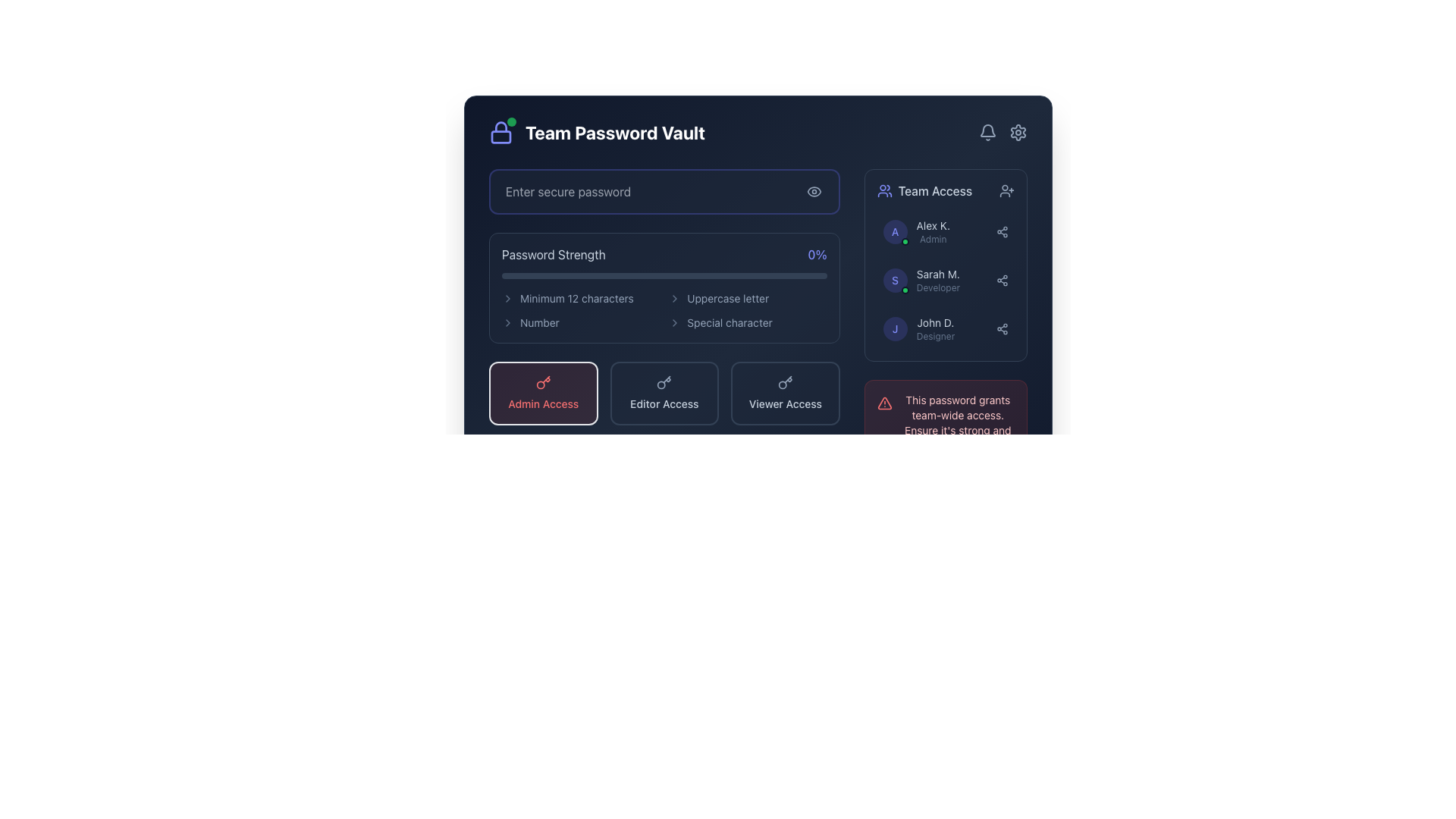 The width and height of the screenshot is (1456, 819). Describe the element at coordinates (1007, 190) in the screenshot. I see `the clickable icon button located to the far right of the 'Team Access' header area to change its color` at that location.